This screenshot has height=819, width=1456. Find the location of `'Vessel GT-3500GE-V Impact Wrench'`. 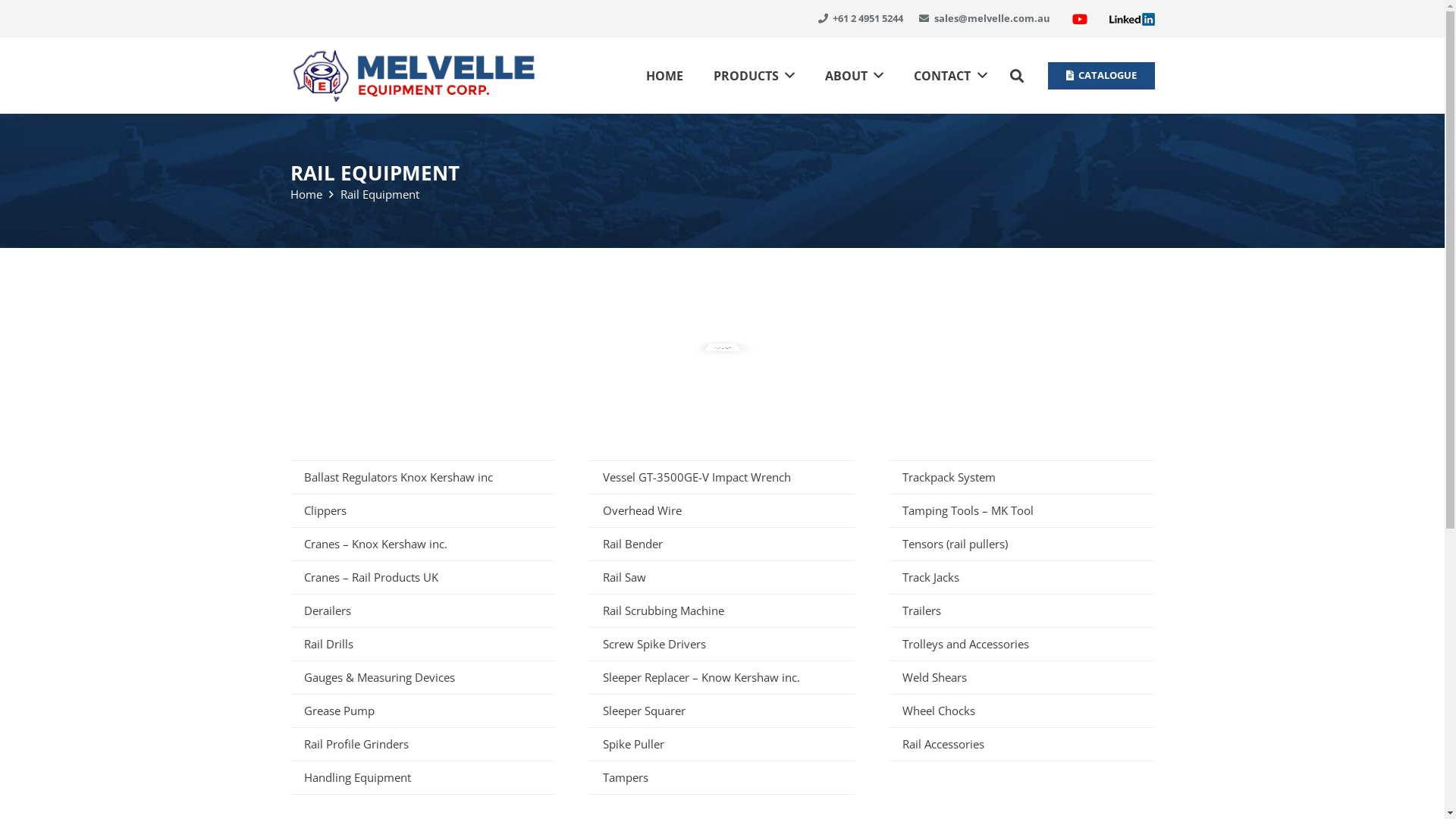

'Vessel GT-3500GE-V Impact Wrench' is located at coordinates (720, 475).